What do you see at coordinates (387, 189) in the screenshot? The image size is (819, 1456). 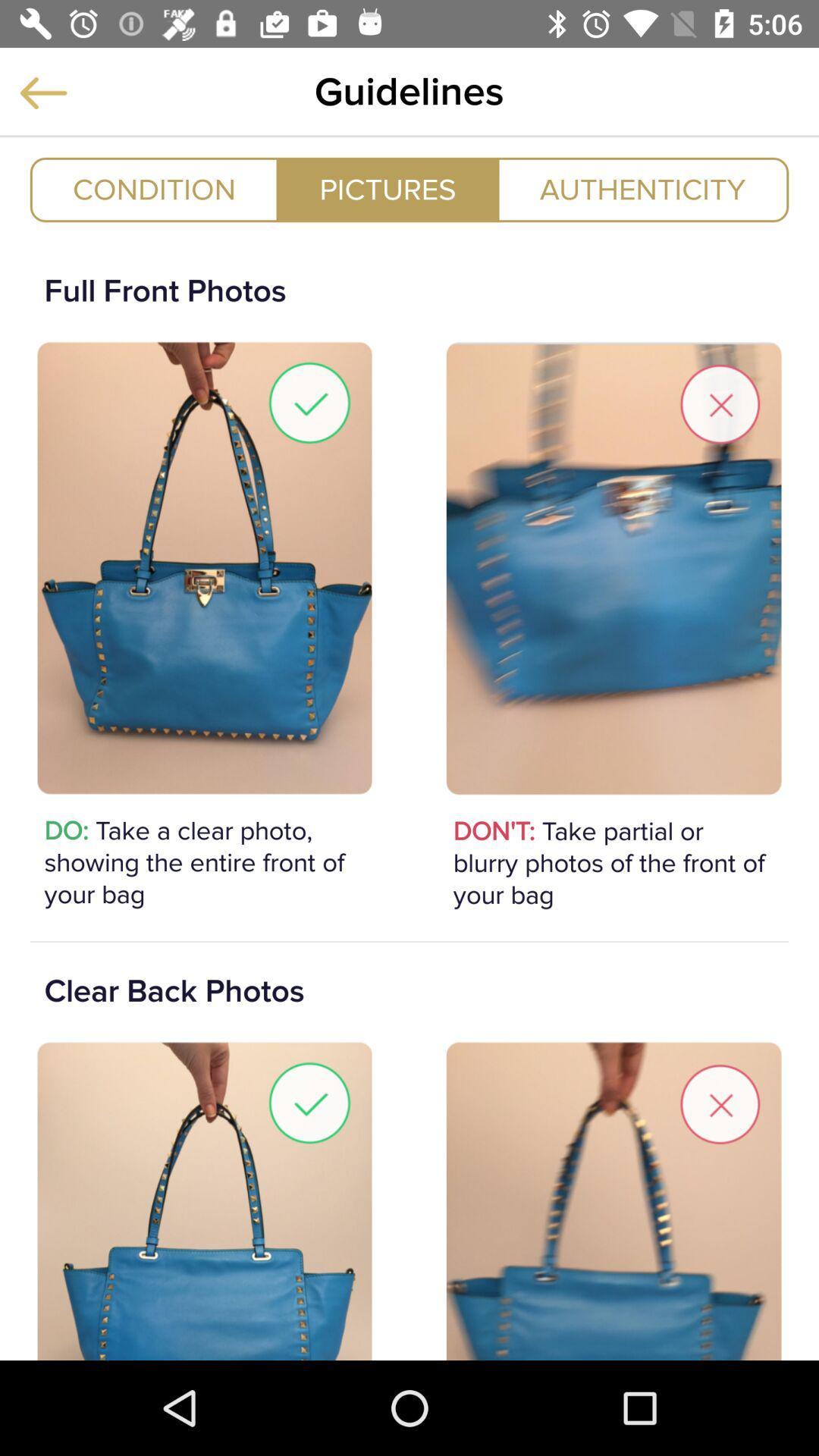 I see `pictures item` at bounding box center [387, 189].